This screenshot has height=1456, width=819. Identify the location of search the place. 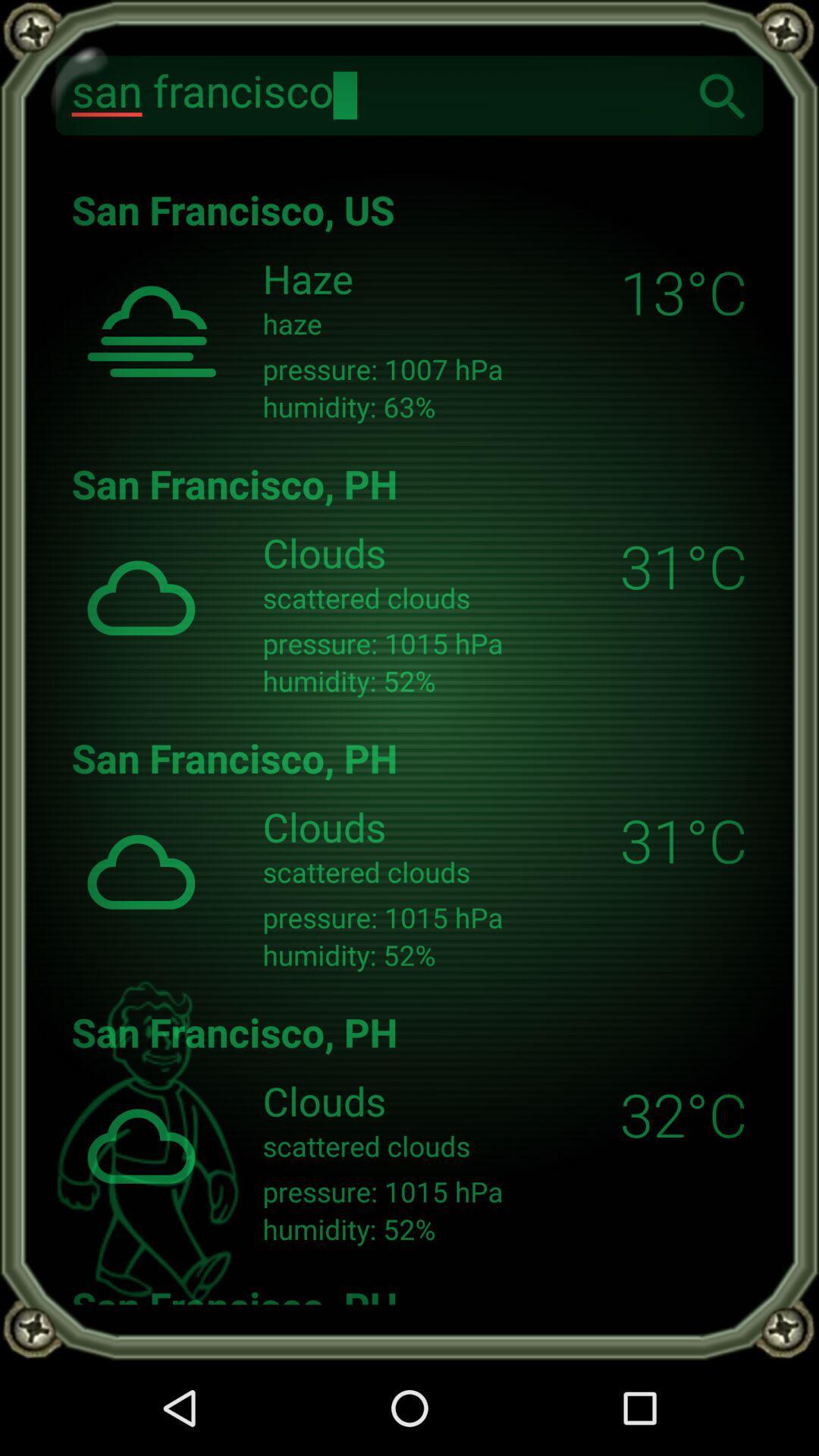
(722, 94).